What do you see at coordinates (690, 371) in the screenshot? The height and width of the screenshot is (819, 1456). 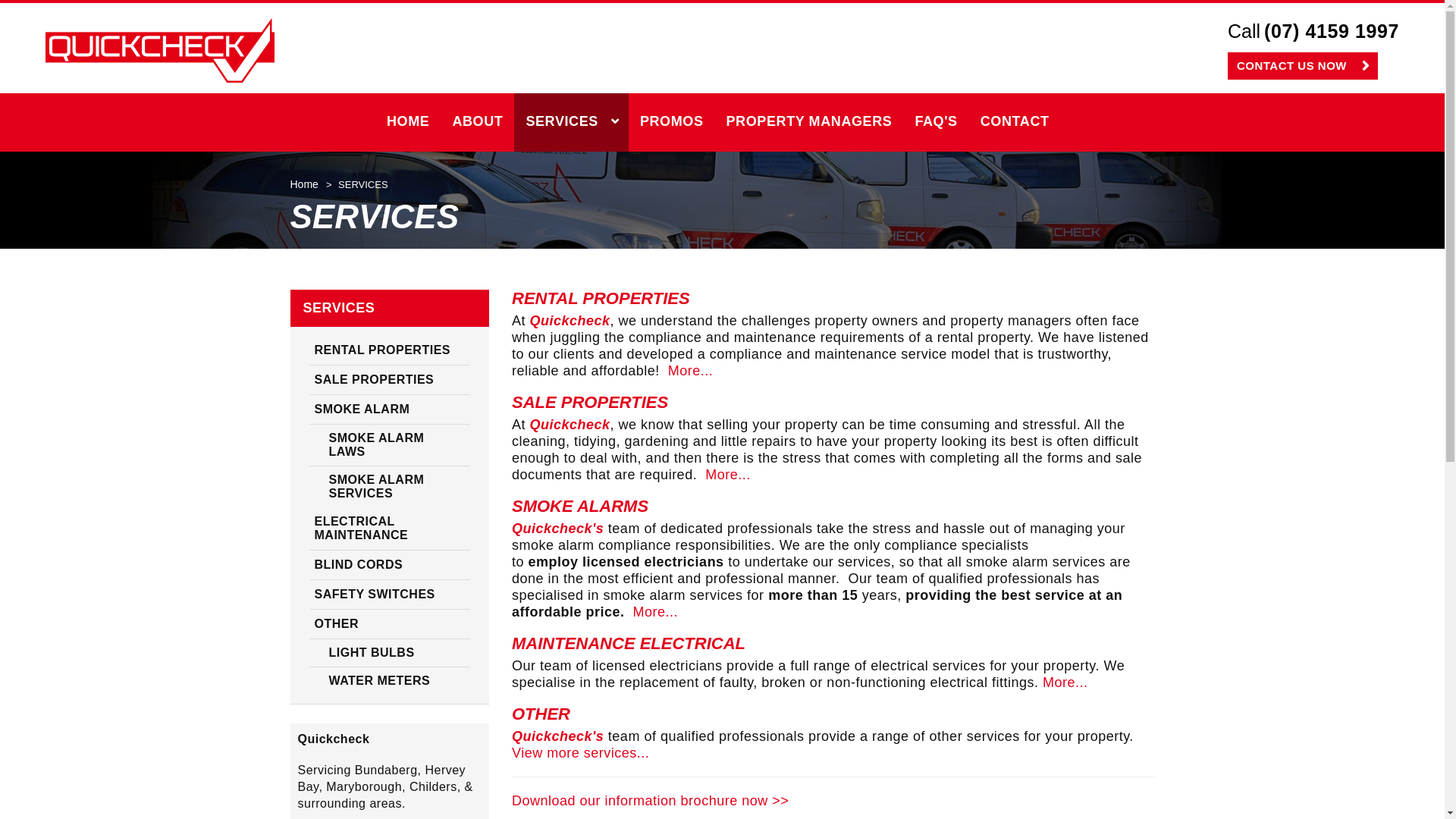 I see `'More...'` at bounding box center [690, 371].